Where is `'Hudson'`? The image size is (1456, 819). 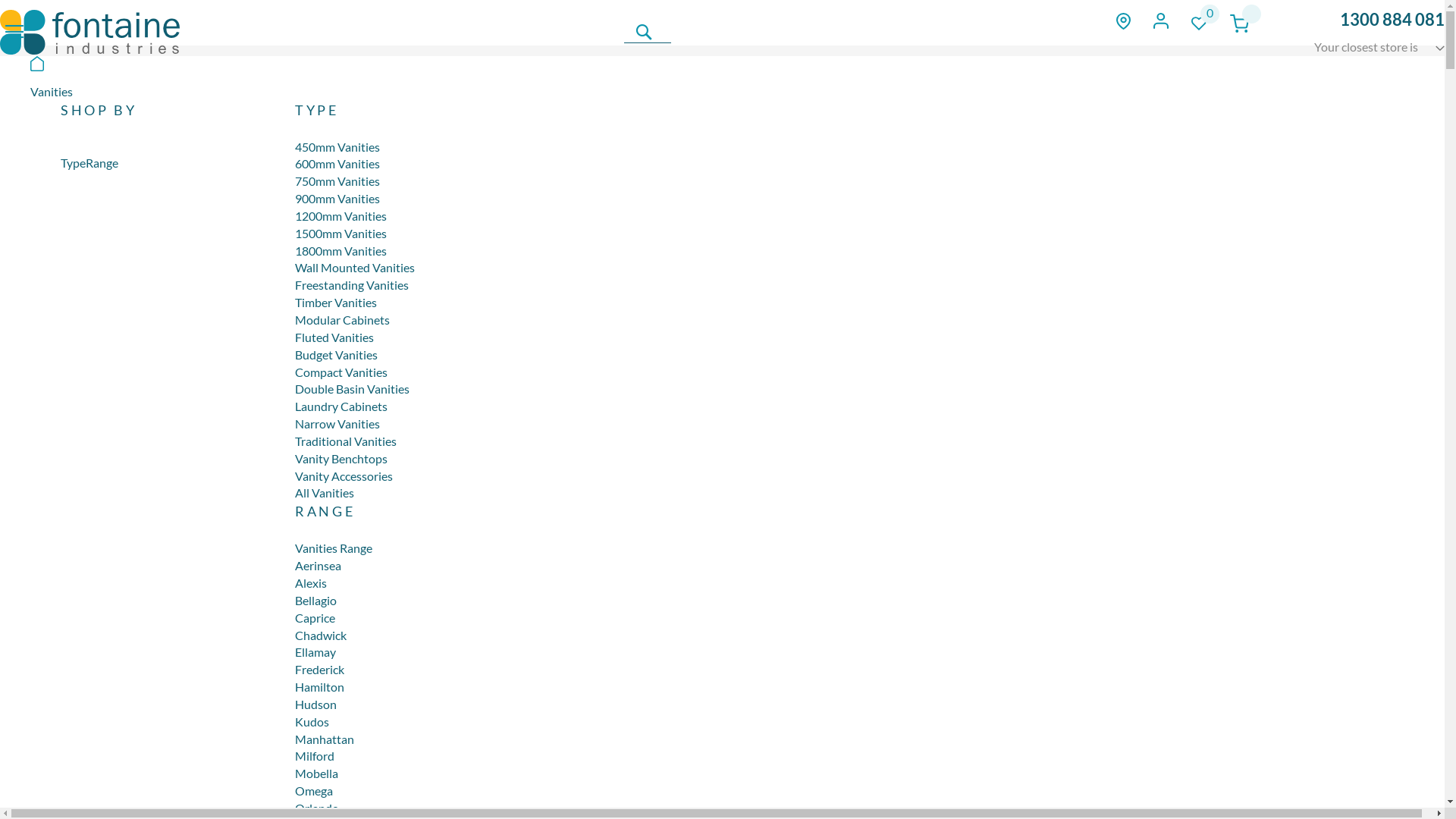 'Hudson' is located at coordinates (315, 704).